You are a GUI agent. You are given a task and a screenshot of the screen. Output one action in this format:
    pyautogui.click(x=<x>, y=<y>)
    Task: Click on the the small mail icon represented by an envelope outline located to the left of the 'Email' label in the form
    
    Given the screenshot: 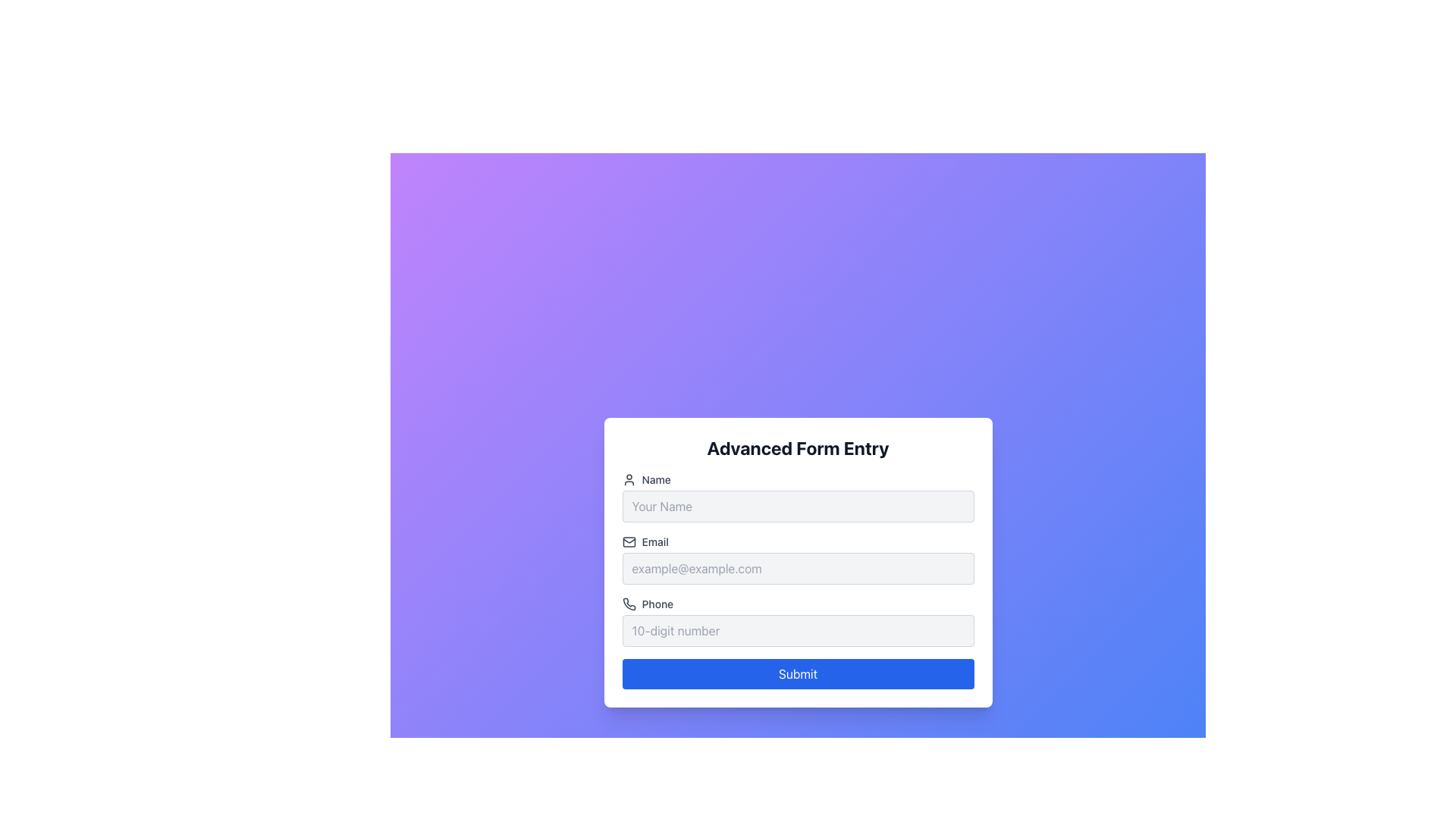 What is the action you would take?
    pyautogui.click(x=629, y=541)
    